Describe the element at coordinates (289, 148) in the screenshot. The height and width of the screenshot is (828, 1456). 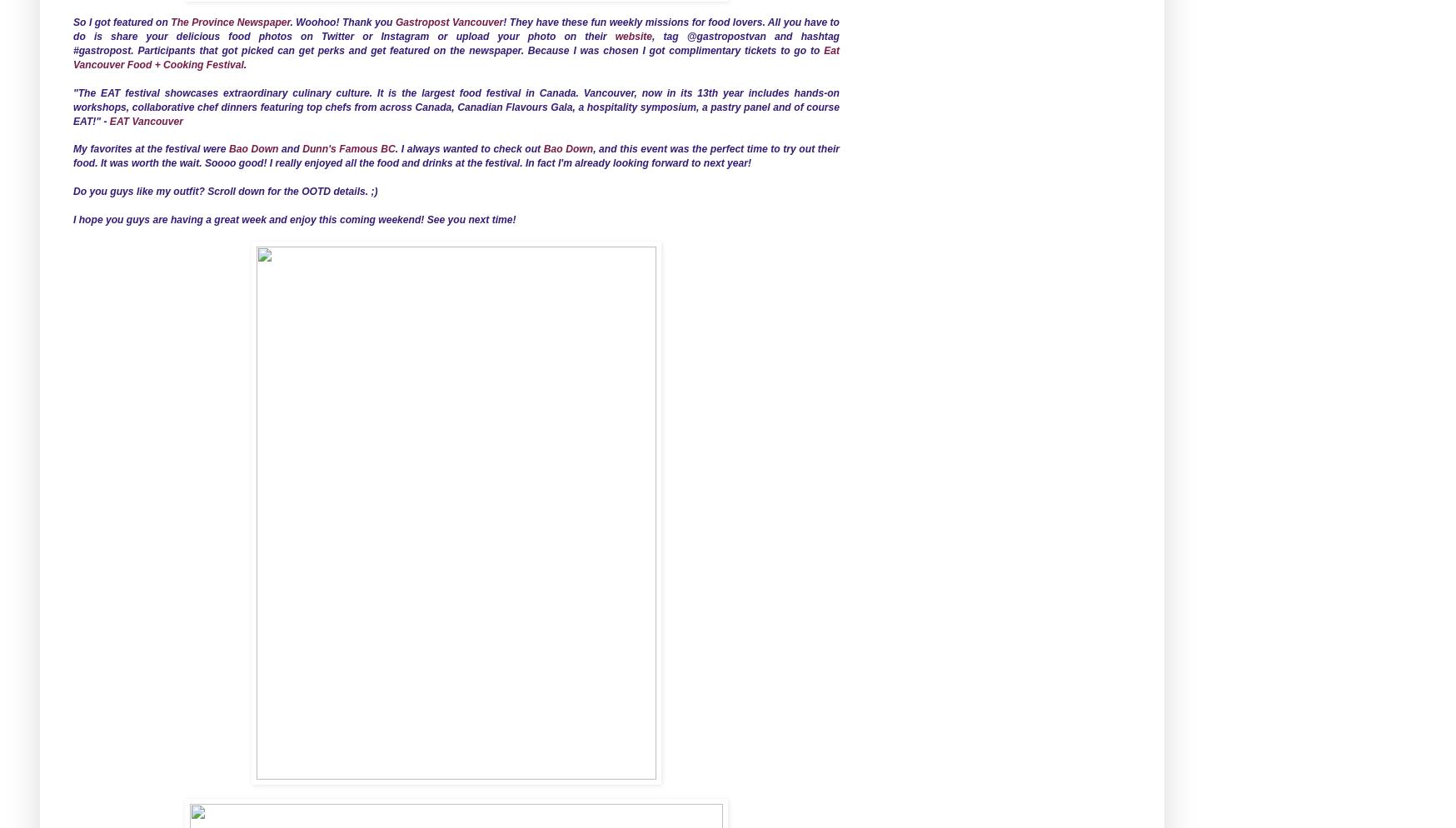
I see `'and'` at that location.